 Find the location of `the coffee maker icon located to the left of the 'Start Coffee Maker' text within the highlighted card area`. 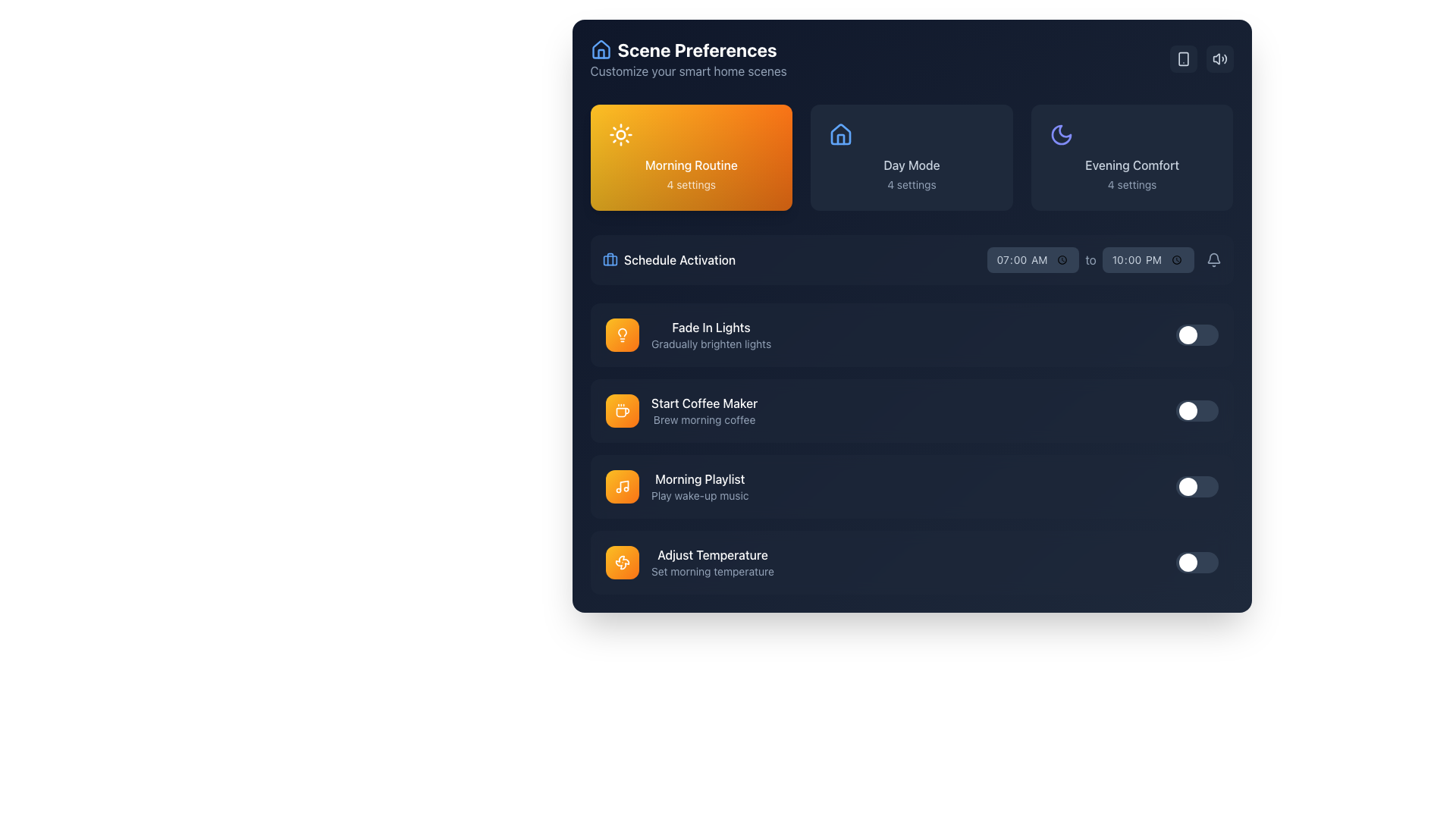

the coffee maker icon located to the left of the 'Start Coffee Maker' text within the highlighted card area is located at coordinates (622, 413).